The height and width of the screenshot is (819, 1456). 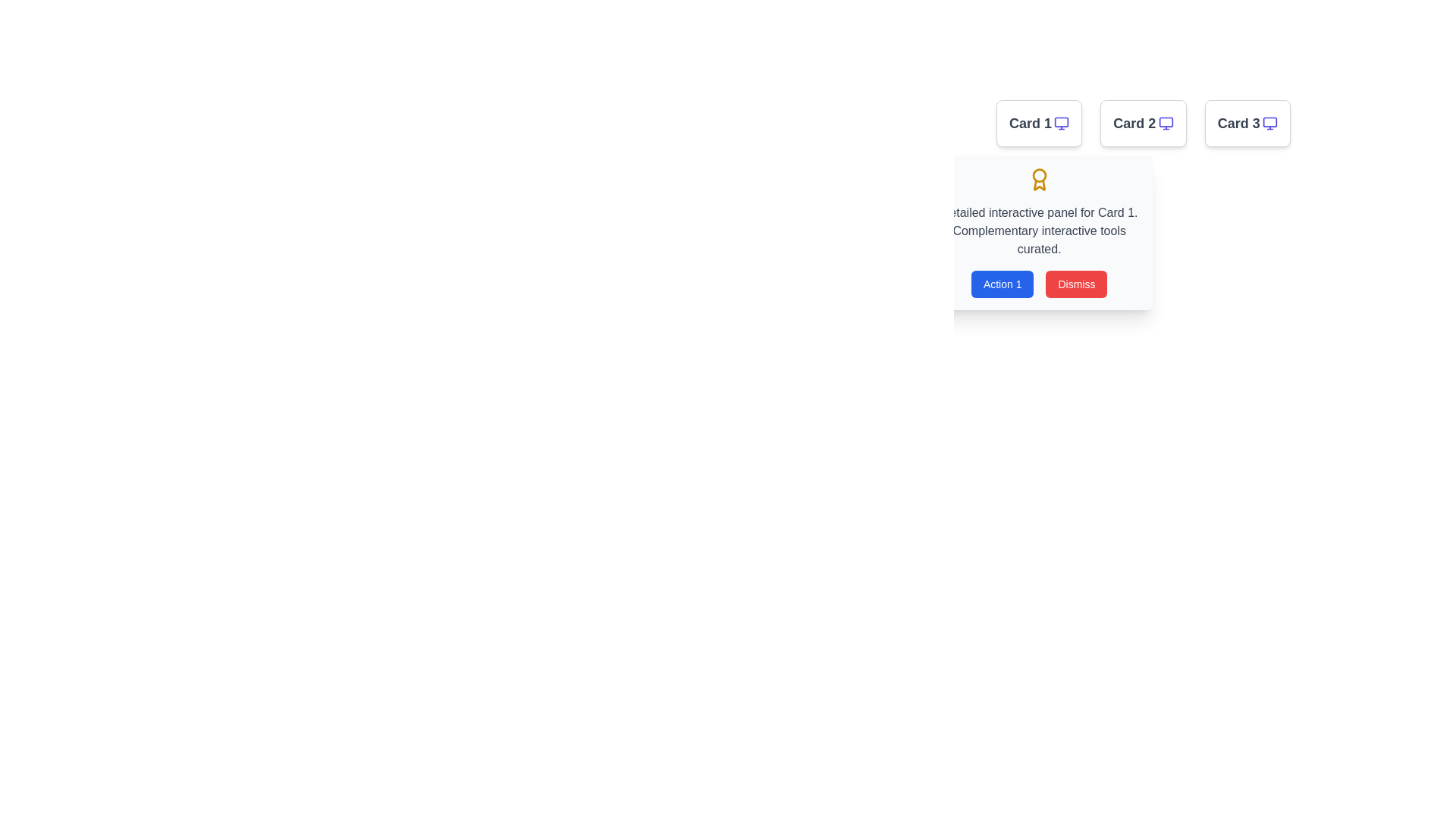 I want to click on the text label identifying 'Card 3', located at the top-right corner of the interface, so click(x=1238, y=122).